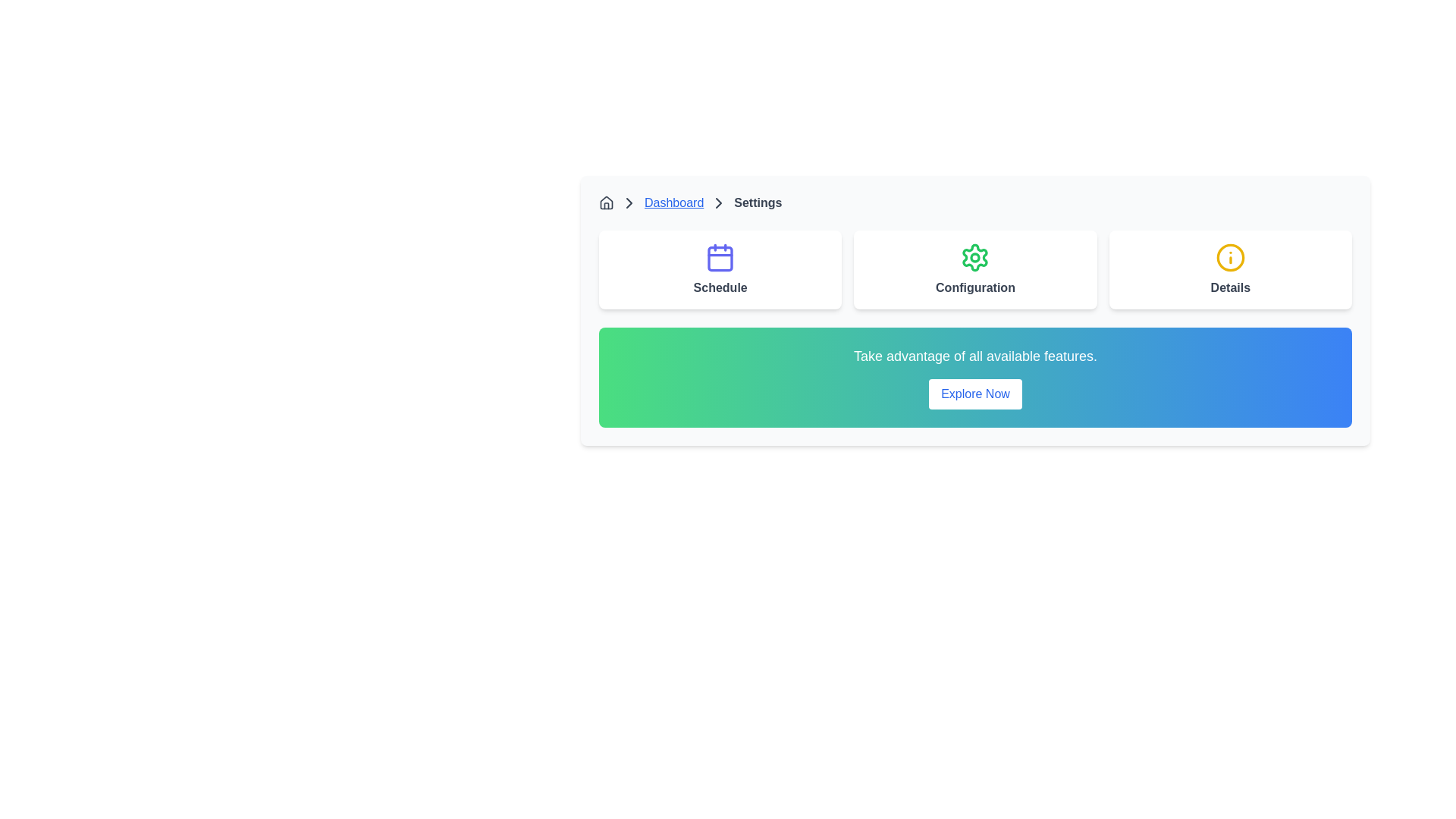  I want to click on text label located in the top-right section of the interface, positioned below the information icon within a card component, so click(1230, 288).